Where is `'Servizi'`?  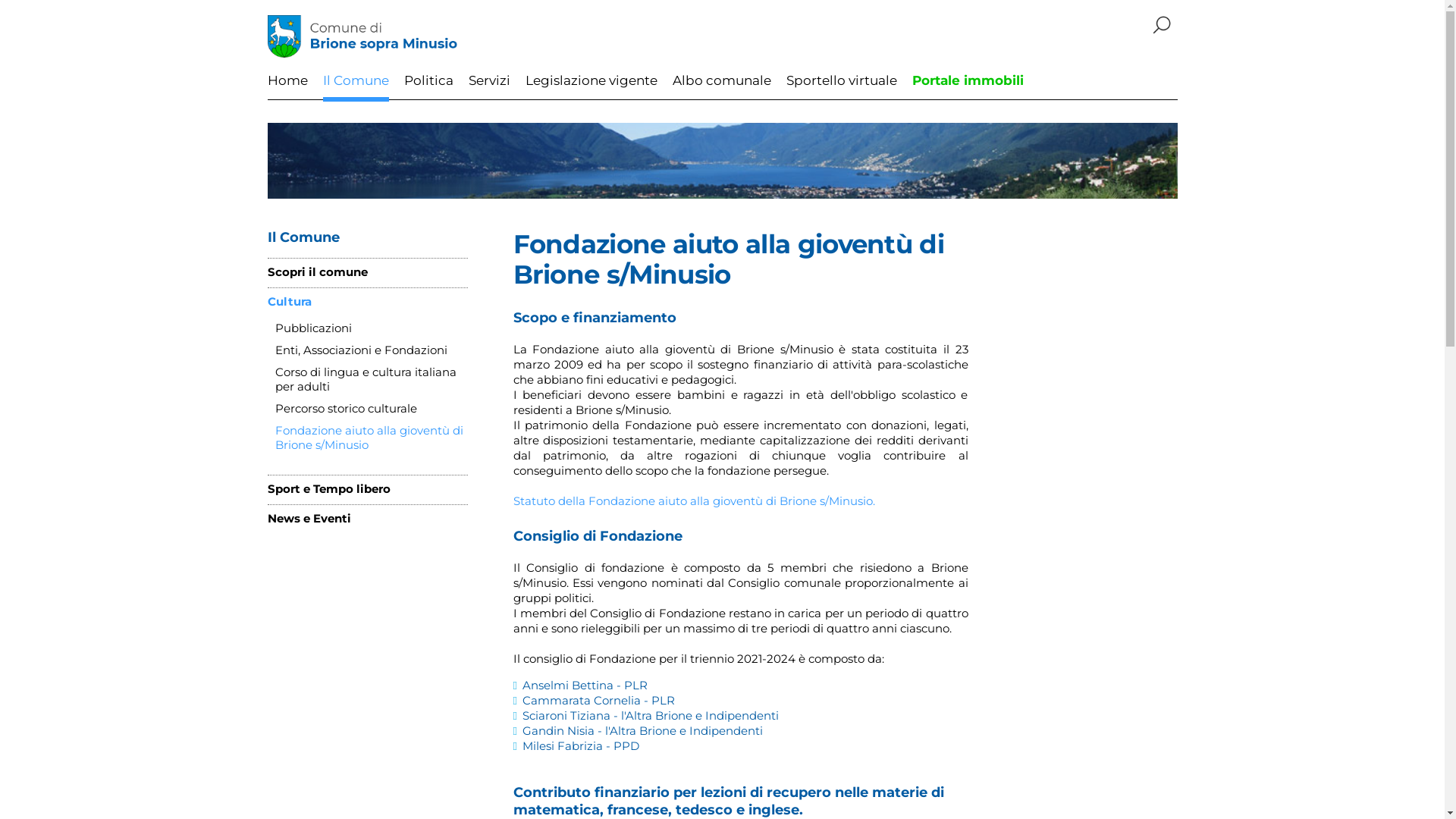 'Servizi' is located at coordinates (489, 87).